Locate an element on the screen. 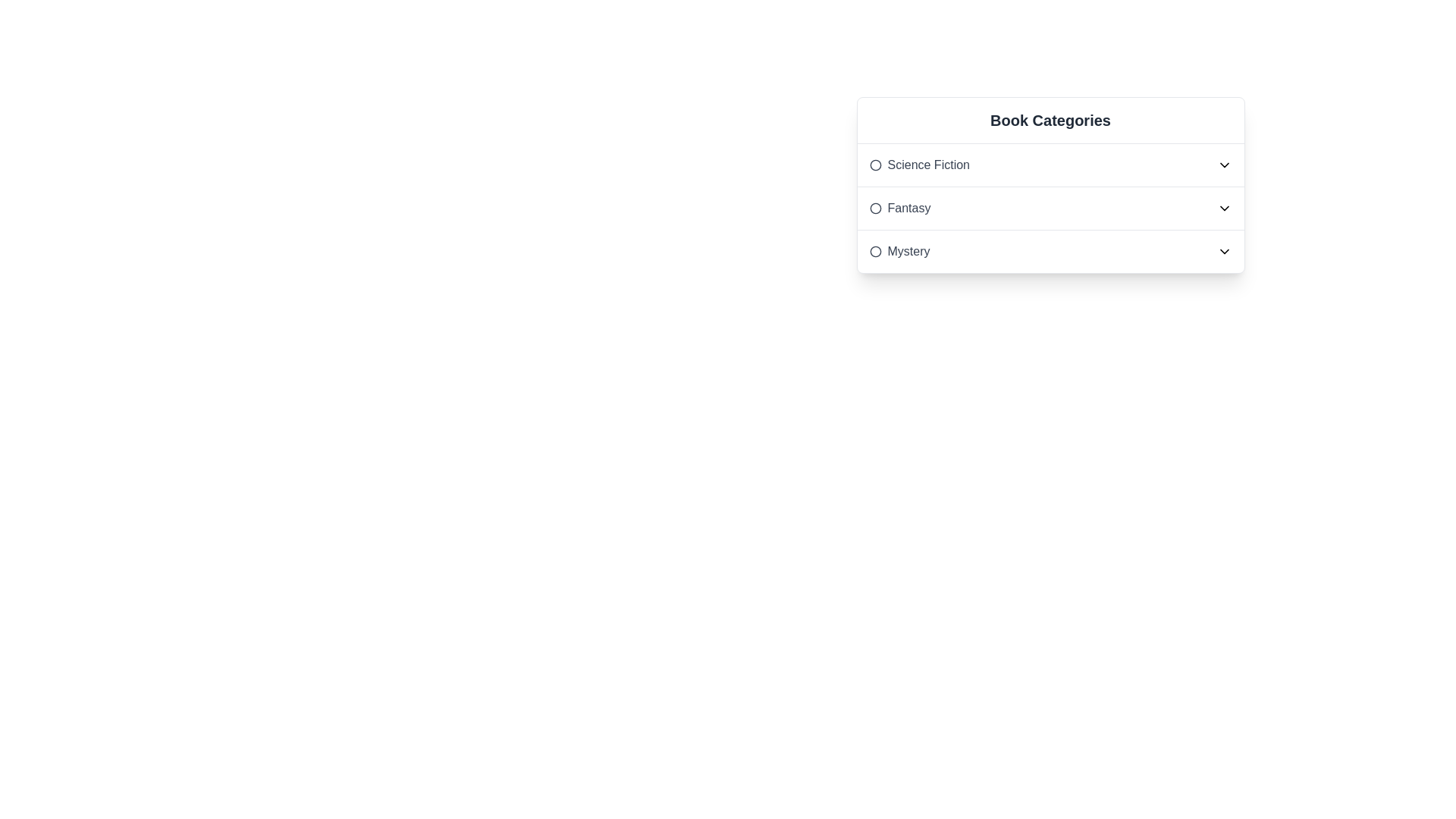 This screenshot has height=819, width=1456. the static text label 'Mystery' which is styled in medium font weight and displayed in gray, located in the list of book categories next to a checkbox icon is located at coordinates (899, 250).